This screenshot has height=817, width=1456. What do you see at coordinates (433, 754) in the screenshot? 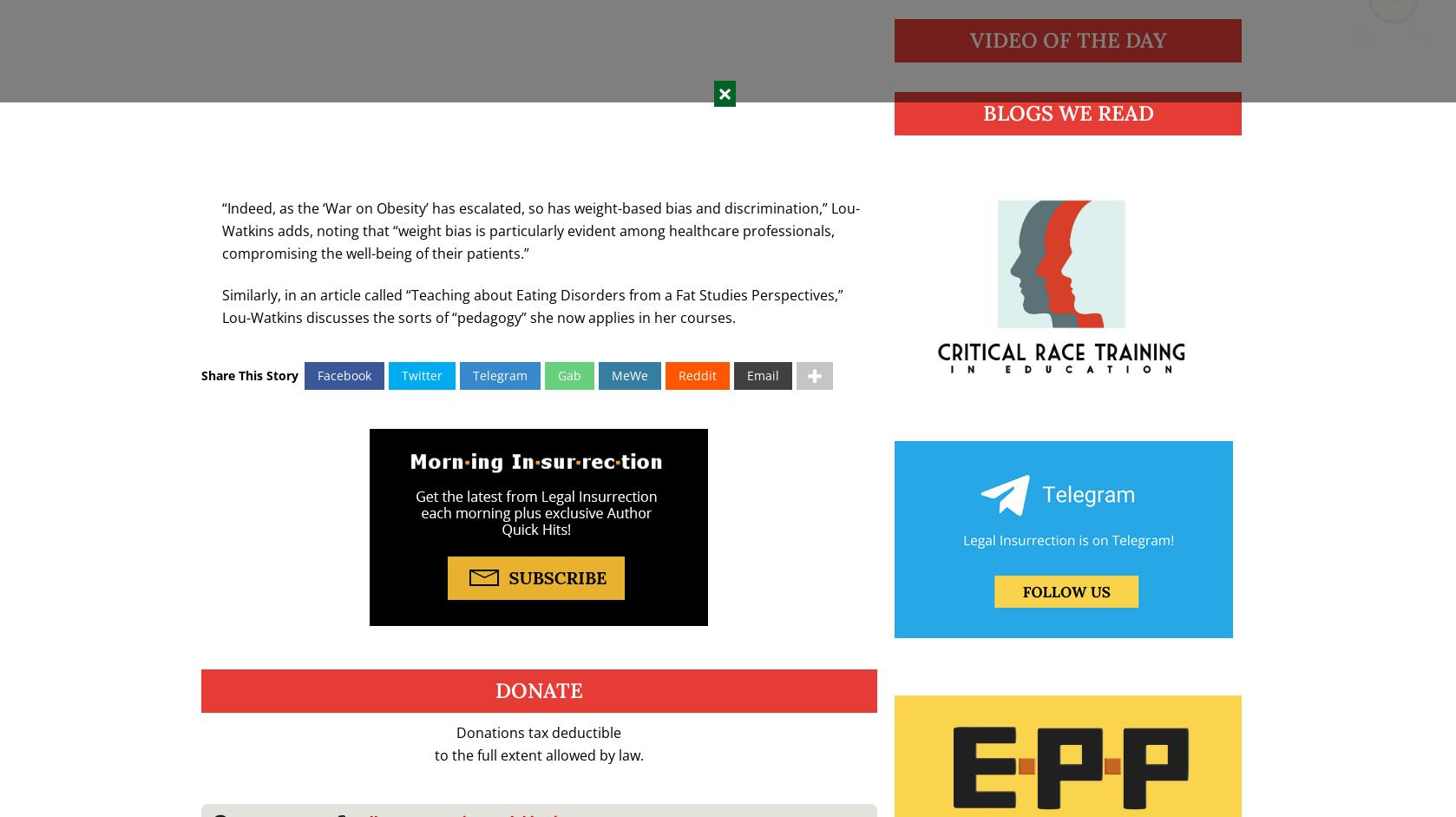
I see `'to the full extent allowed by law.'` at bounding box center [433, 754].